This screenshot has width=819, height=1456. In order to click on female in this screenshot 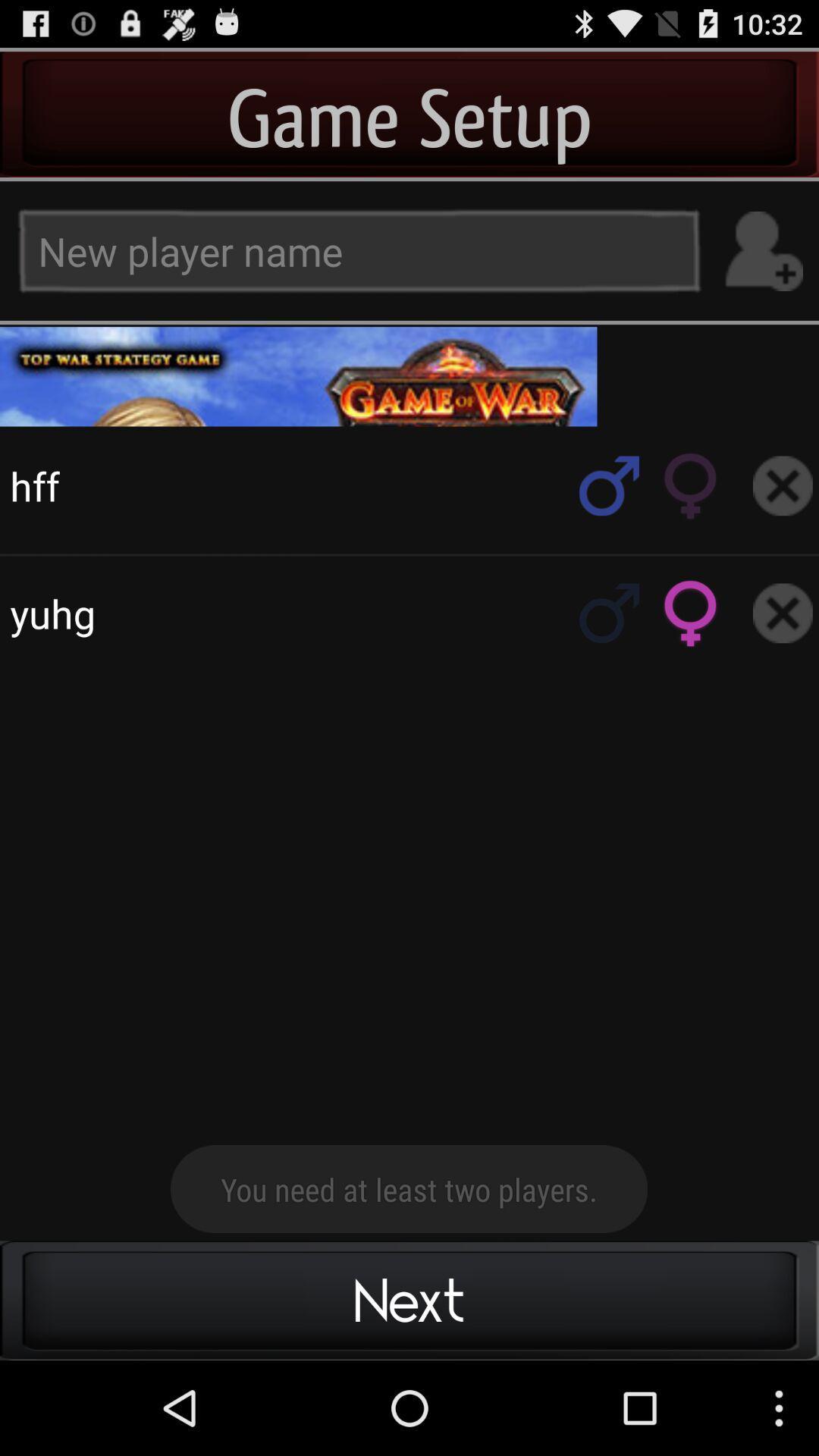, I will do `click(691, 613)`.